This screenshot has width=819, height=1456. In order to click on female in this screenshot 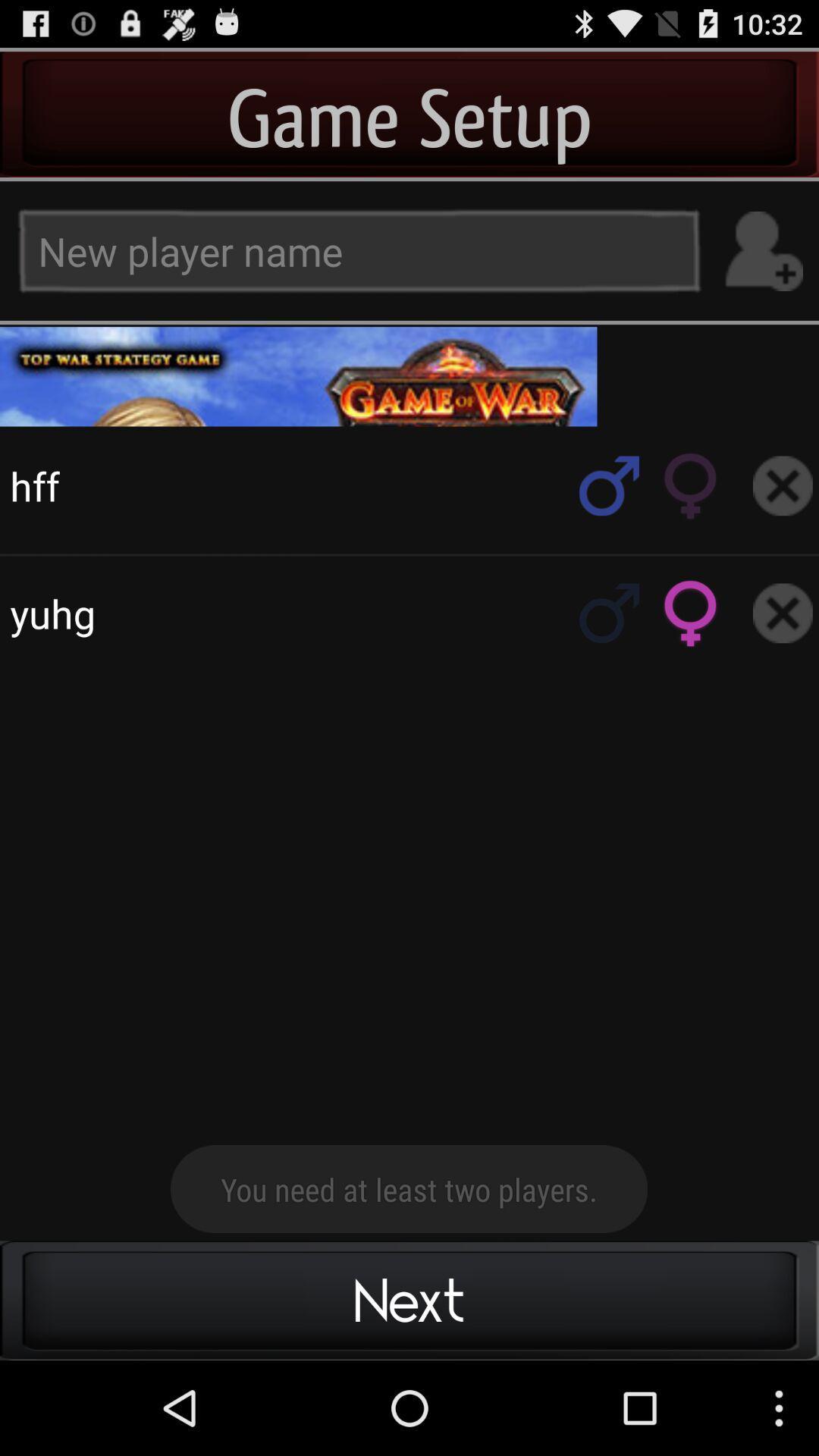, I will do `click(691, 613)`.